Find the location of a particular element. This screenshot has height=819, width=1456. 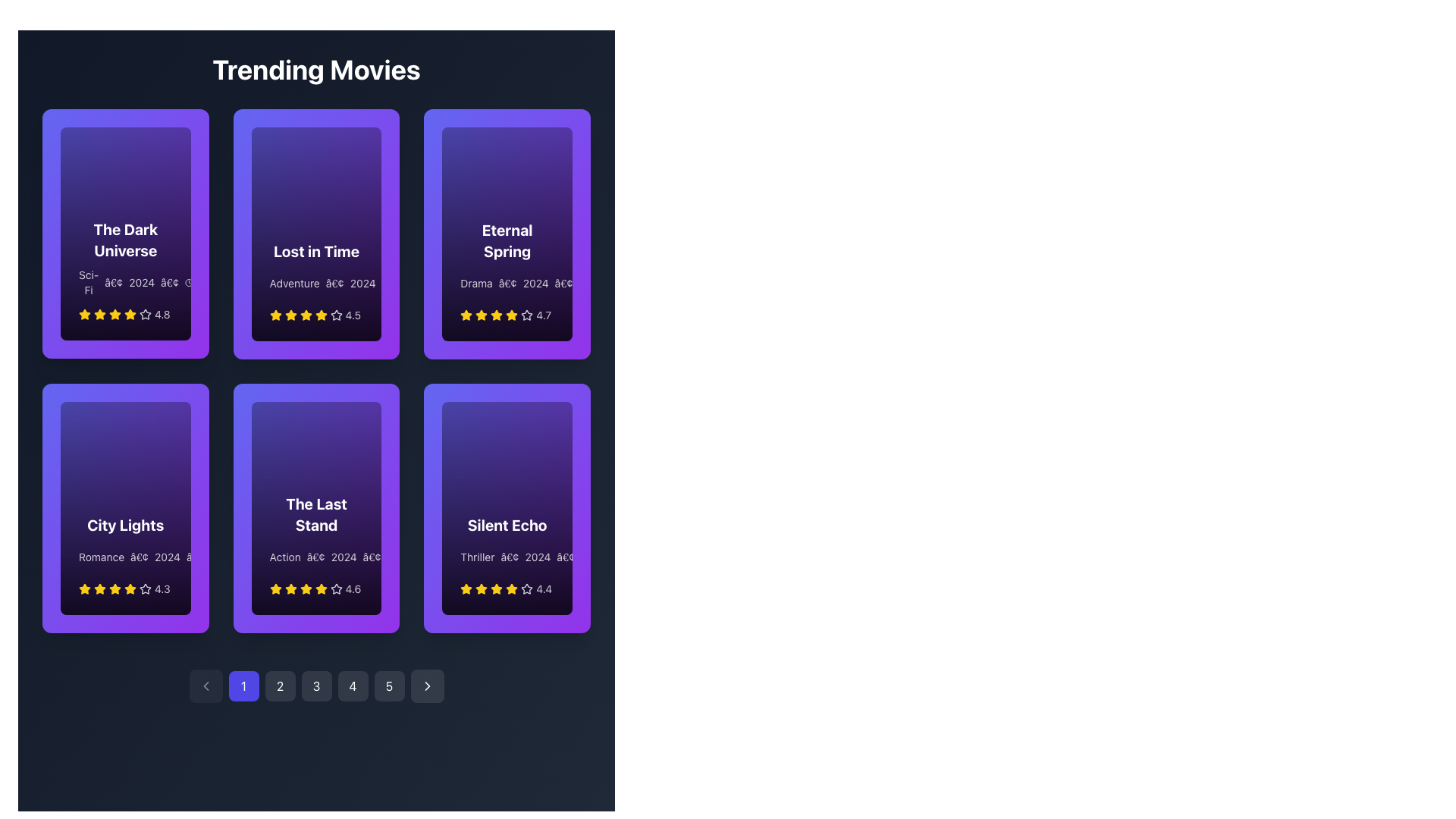

the yellow star-shaped icon to rate the 'City Lights' movie, located in the rating section beneath the text of the movie card is located at coordinates (115, 588).